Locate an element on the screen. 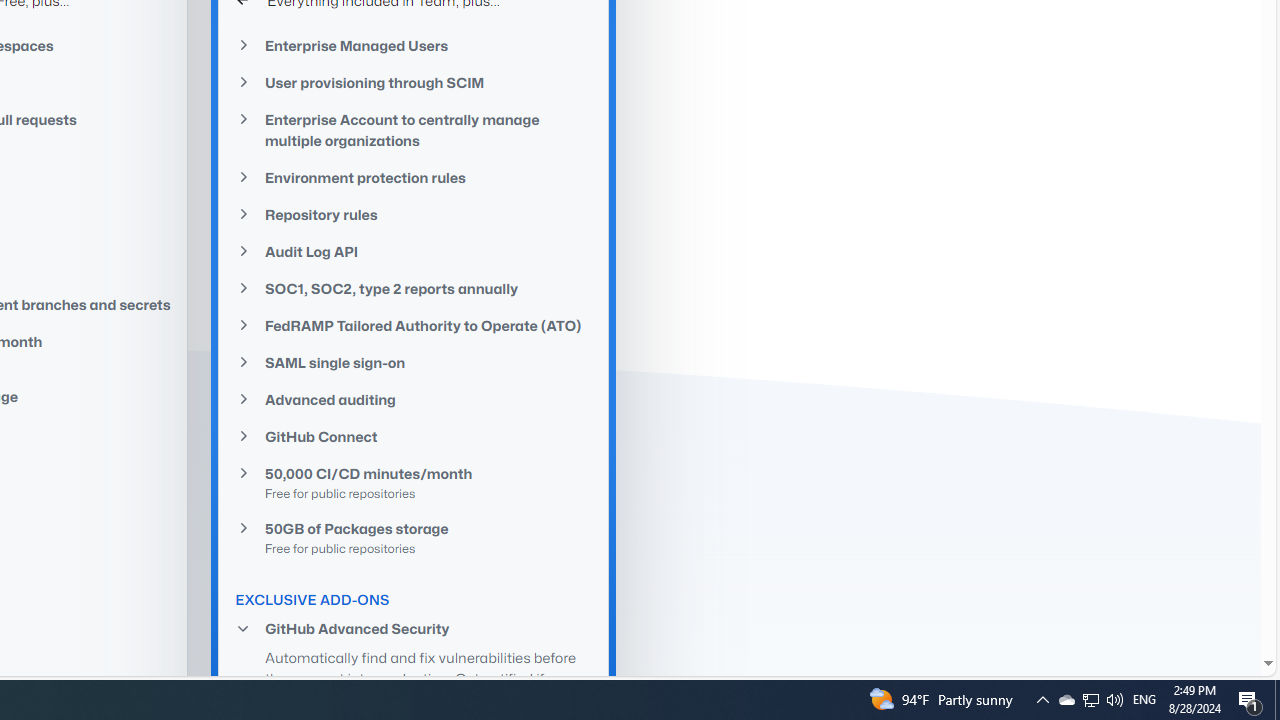 The width and height of the screenshot is (1280, 720). 'Environment protection rules' is located at coordinates (413, 176).